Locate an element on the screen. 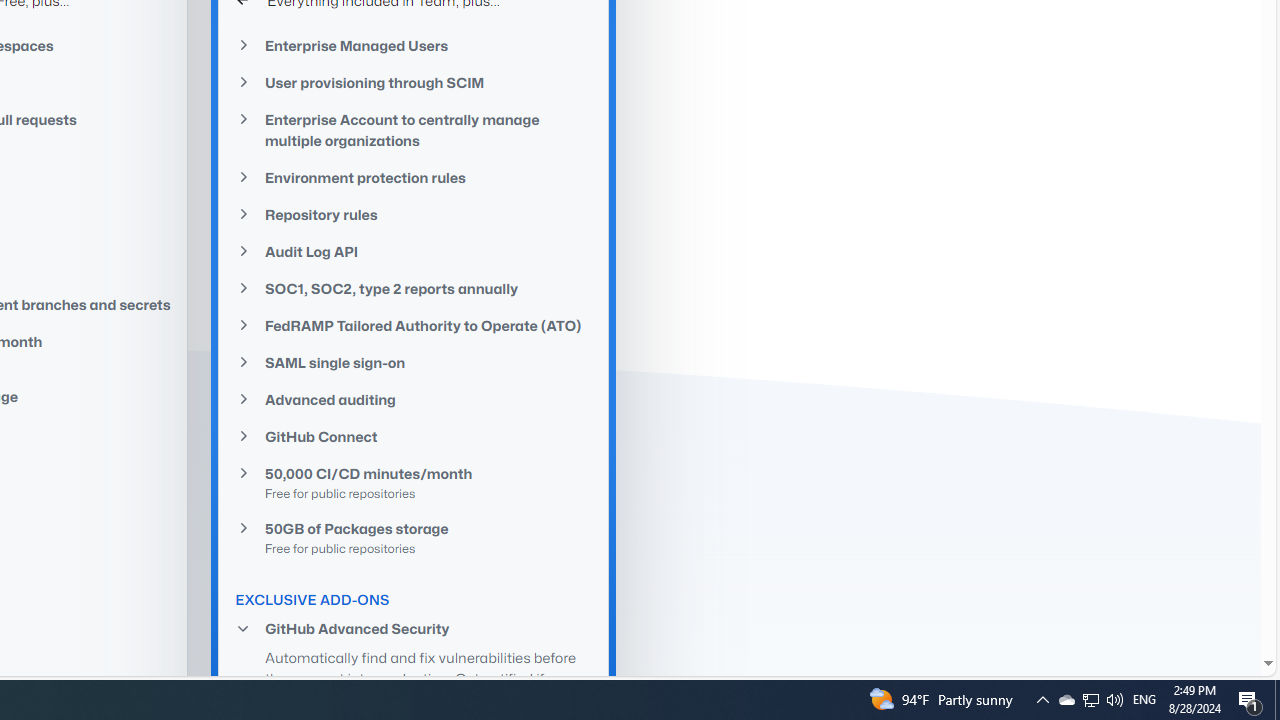 The width and height of the screenshot is (1280, 720). 'Environment protection rules' is located at coordinates (413, 176).